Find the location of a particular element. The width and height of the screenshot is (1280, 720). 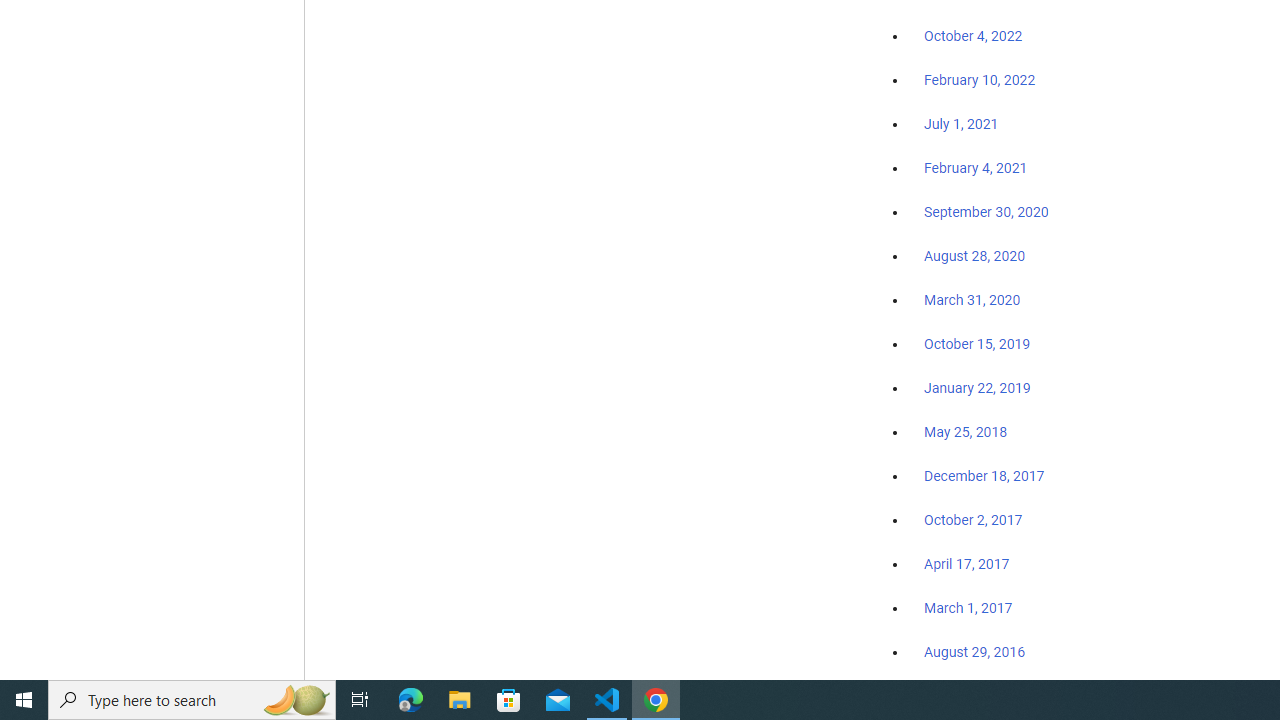

'January 22, 2019' is located at coordinates (977, 387).